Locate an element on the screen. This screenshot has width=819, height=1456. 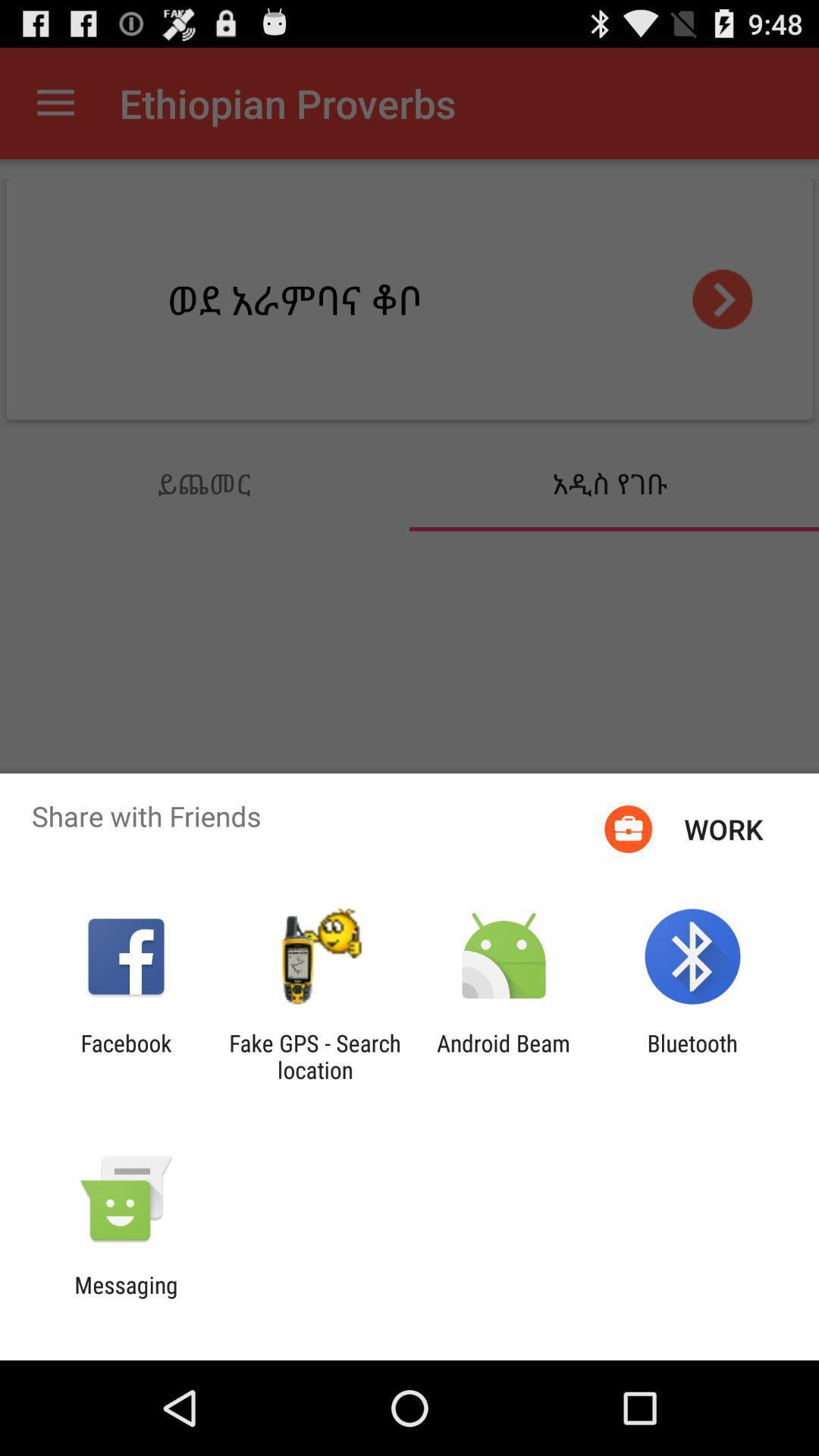
fake gps search item is located at coordinates (314, 1056).